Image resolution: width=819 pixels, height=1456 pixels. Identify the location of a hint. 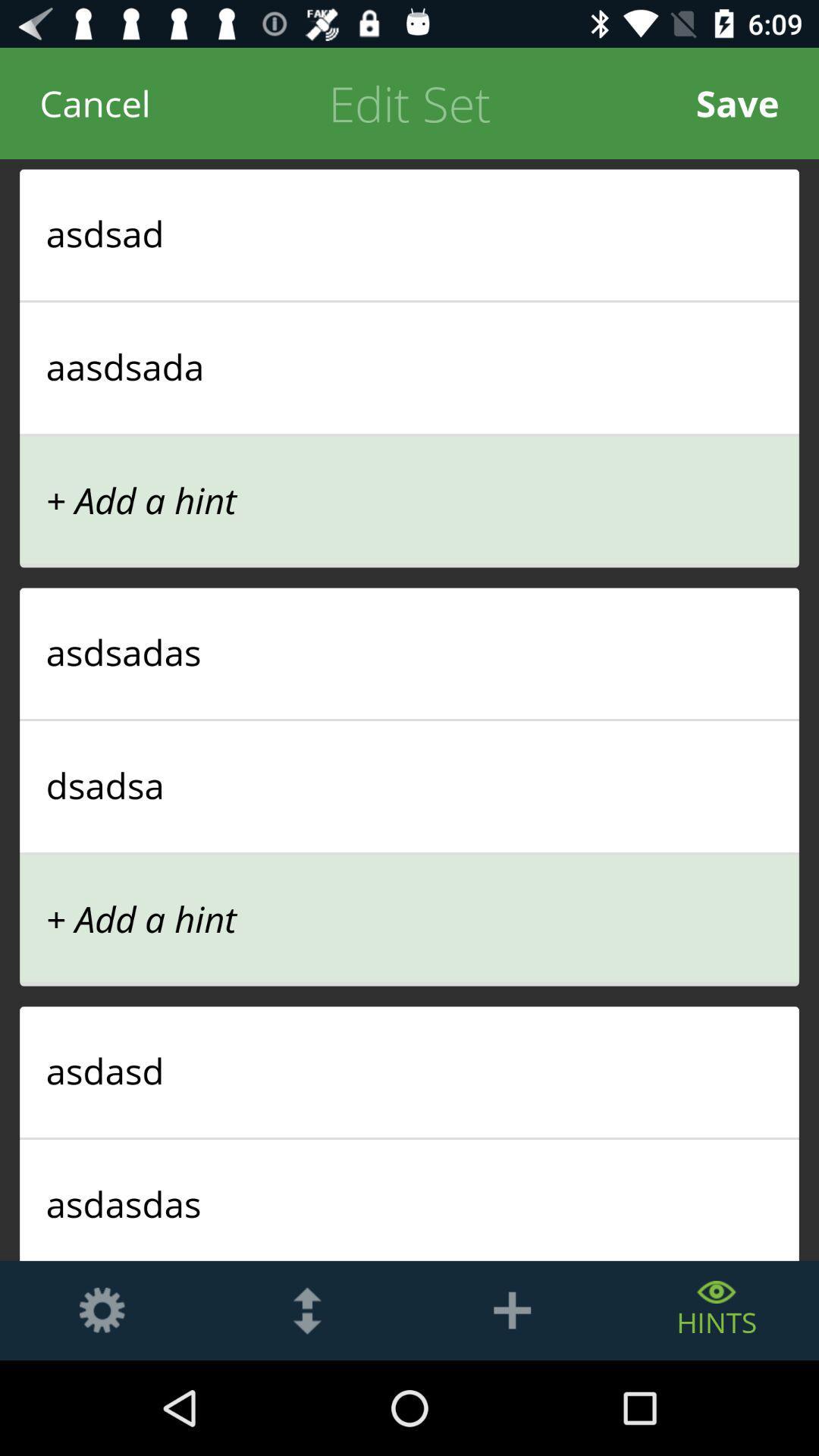
(512, 1310).